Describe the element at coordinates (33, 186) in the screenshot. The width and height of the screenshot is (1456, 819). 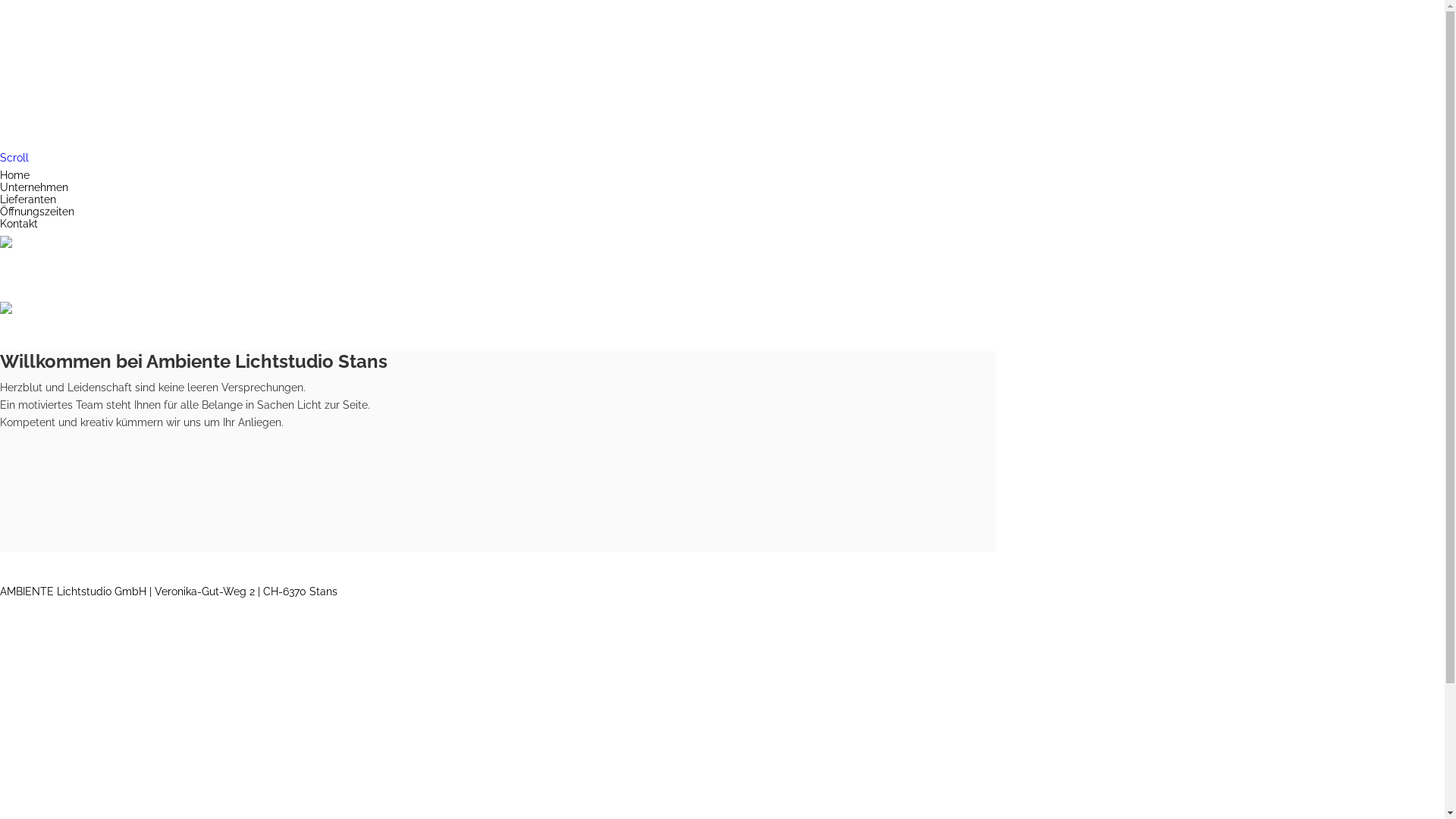
I see `'Unternehmen'` at that location.